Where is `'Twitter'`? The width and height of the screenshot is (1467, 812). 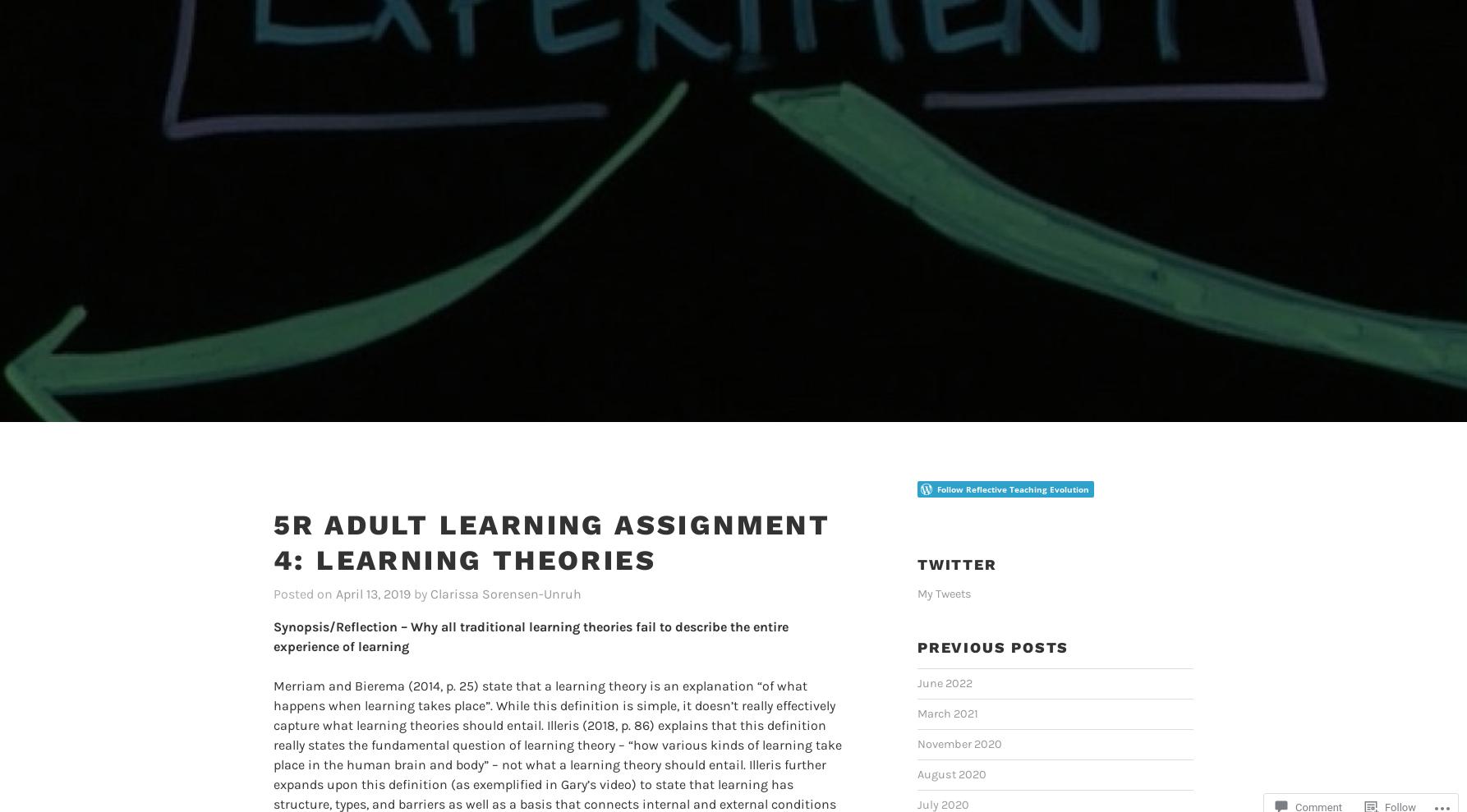
'Twitter' is located at coordinates (956, 538).